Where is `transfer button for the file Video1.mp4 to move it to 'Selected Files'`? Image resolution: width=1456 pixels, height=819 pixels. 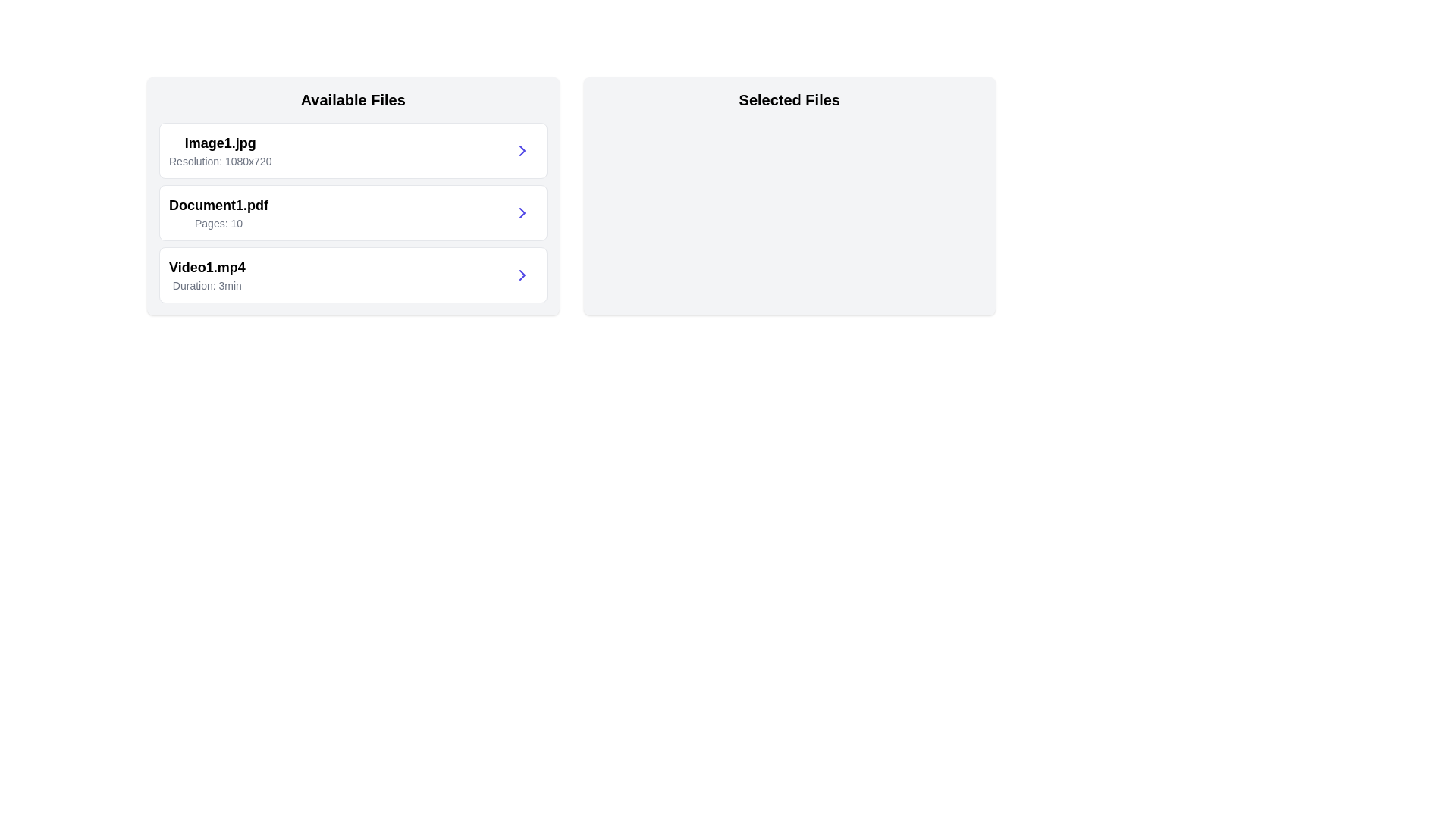
transfer button for the file Video1.mp4 to move it to 'Selected Files' is located at coordinates (522, 275).